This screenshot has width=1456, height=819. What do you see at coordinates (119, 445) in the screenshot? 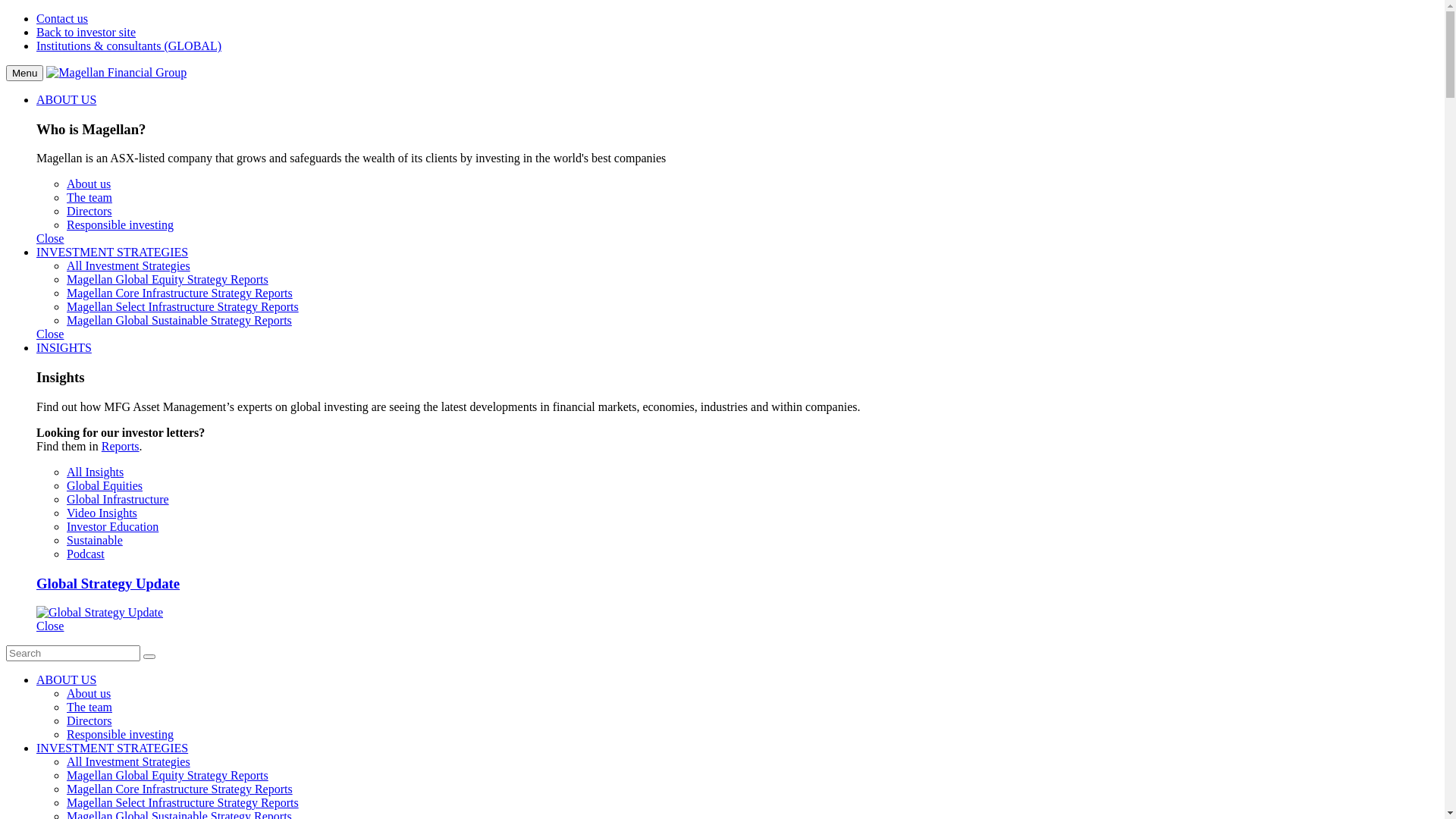
I see `'Reports'` at bounding box center [119, 445].